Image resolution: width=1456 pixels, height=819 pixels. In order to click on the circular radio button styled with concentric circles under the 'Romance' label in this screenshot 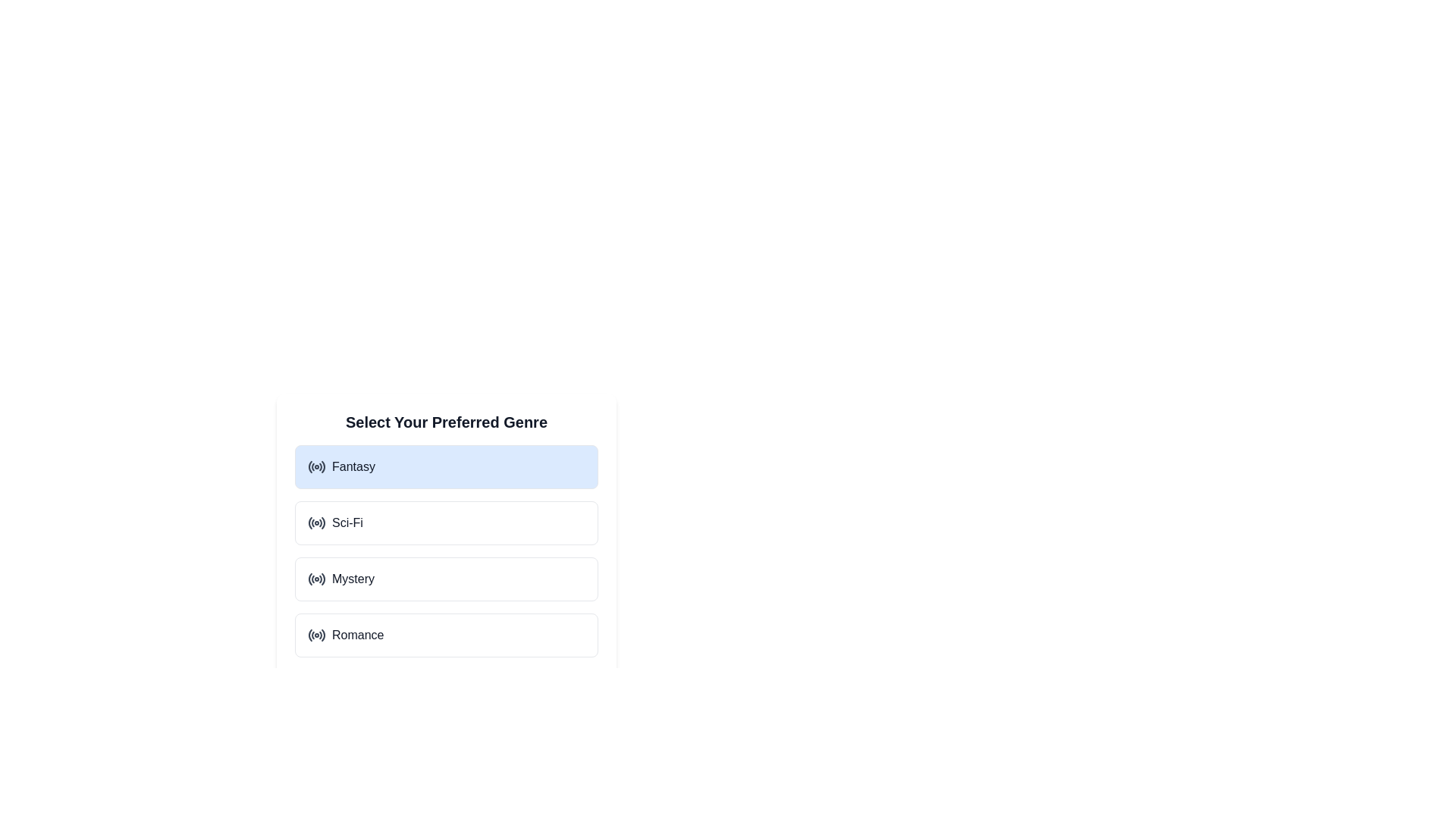, I will do `click(315, 635)`.